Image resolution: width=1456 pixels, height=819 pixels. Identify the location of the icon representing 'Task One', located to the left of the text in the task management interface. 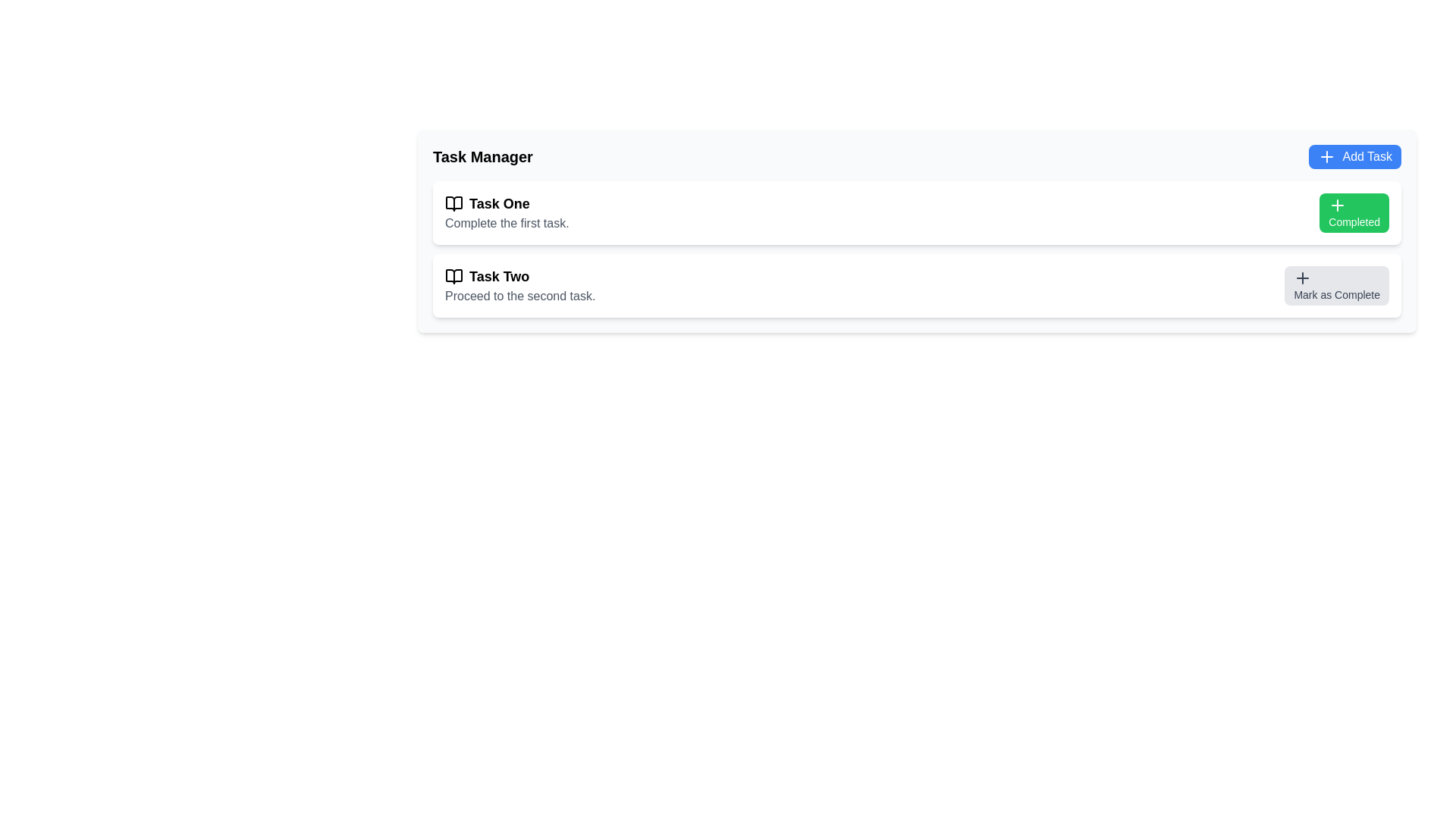
(453, 203).